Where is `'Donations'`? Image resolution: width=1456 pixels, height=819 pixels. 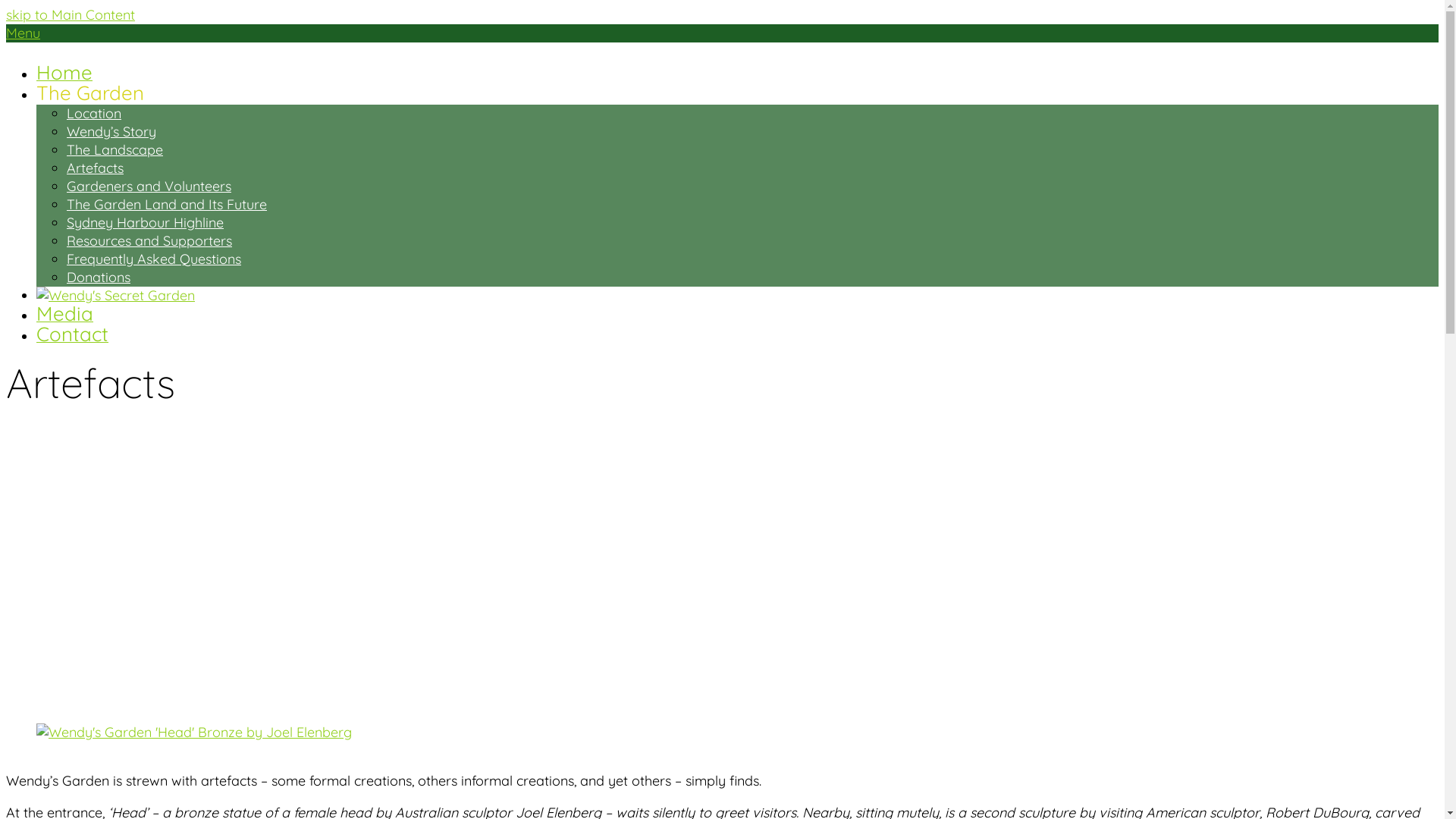
'Donations' is located at coordinates (97, 277).